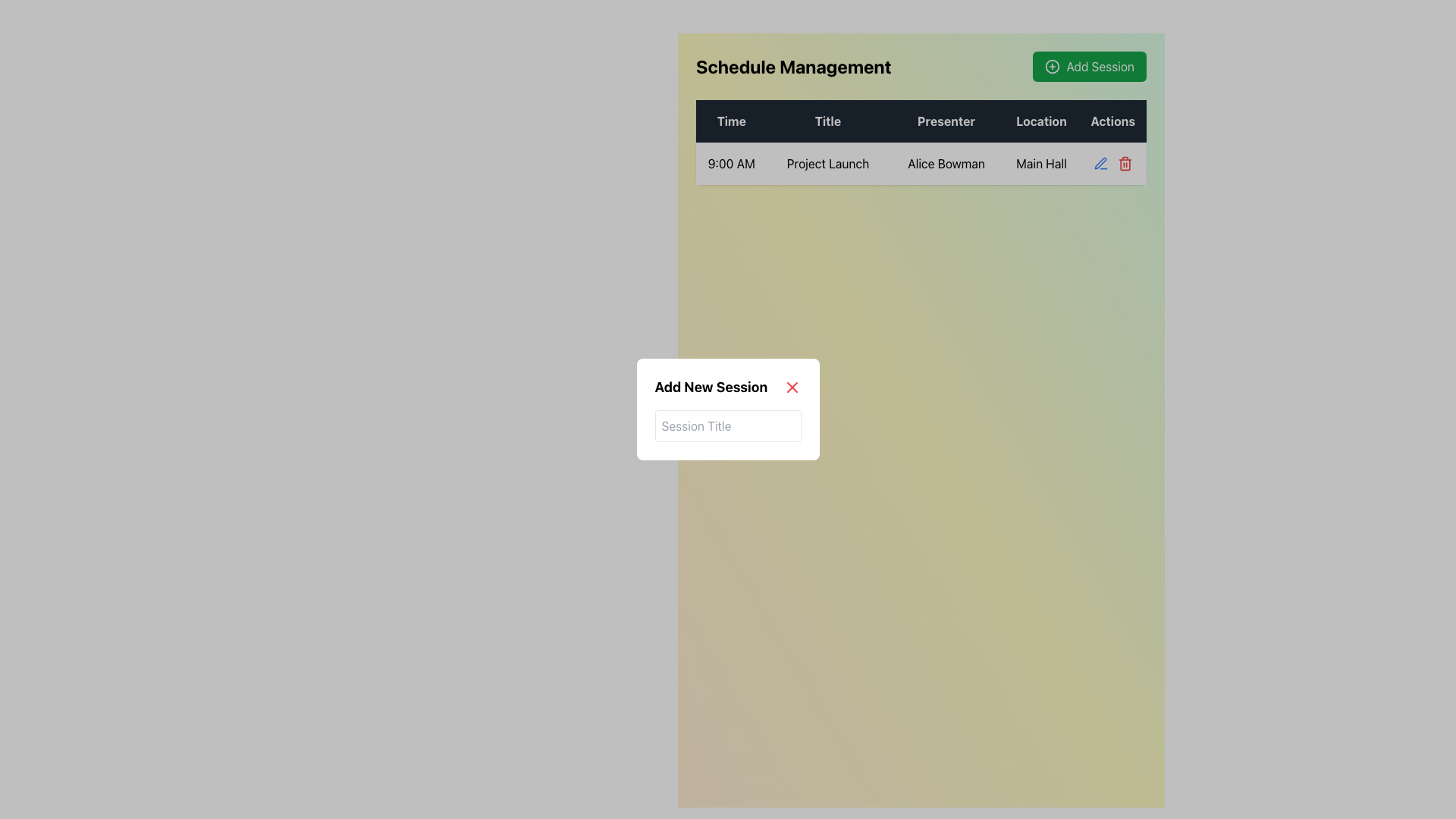 This screenshot has width=1456, height=819. What do you see at coordinates (1125, 165) in the screenshot?
I see `the delete button icon in the Actions column` at bounding box center [1125, 165].